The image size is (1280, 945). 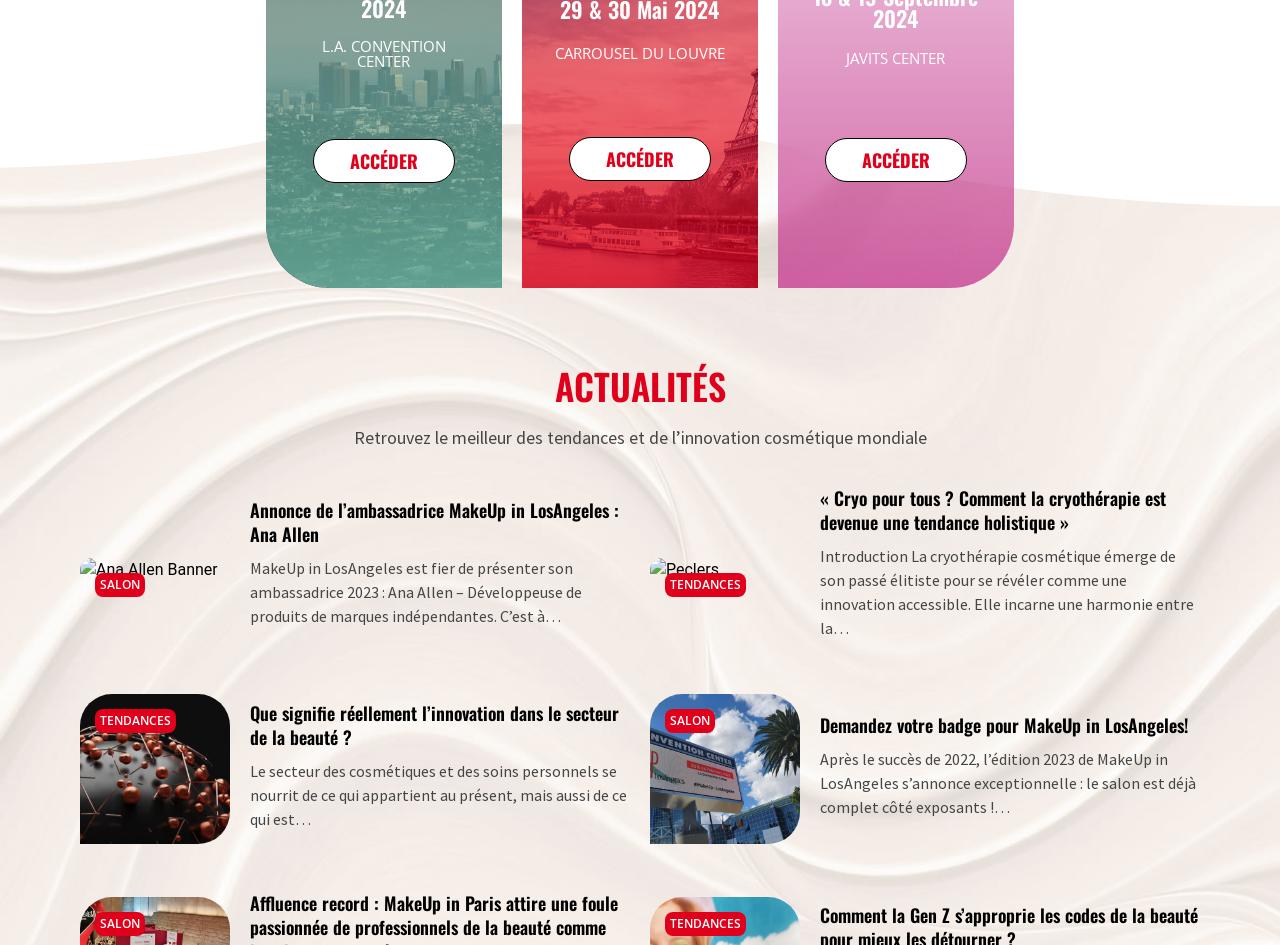 What do you see at coordinates (637, 51) in the screenshot?
I see `'CARROUSEL DU LOUVRE'` at bounding box center [637, 51].